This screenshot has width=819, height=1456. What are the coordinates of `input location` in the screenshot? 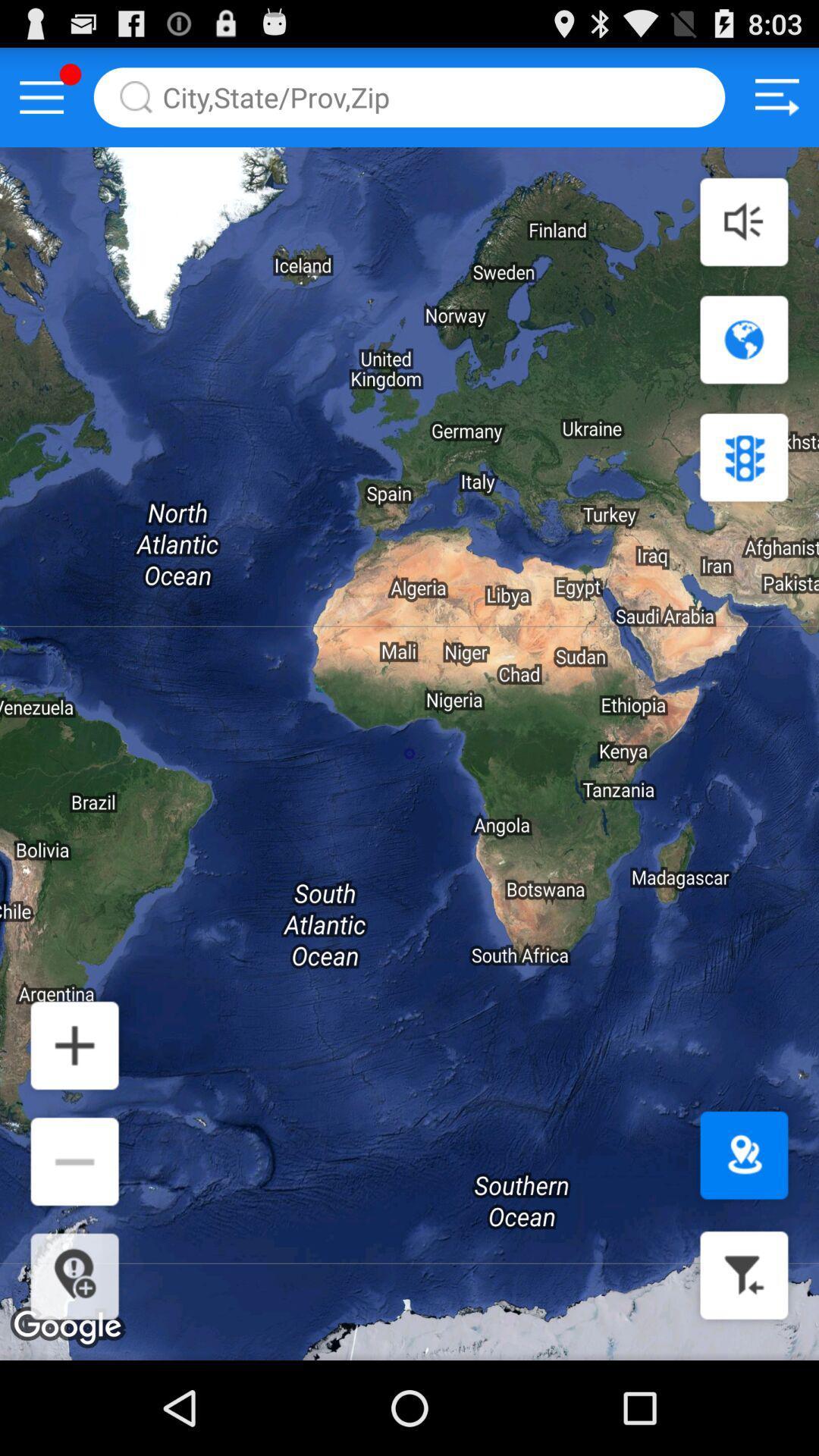 It's located at (409, 96).